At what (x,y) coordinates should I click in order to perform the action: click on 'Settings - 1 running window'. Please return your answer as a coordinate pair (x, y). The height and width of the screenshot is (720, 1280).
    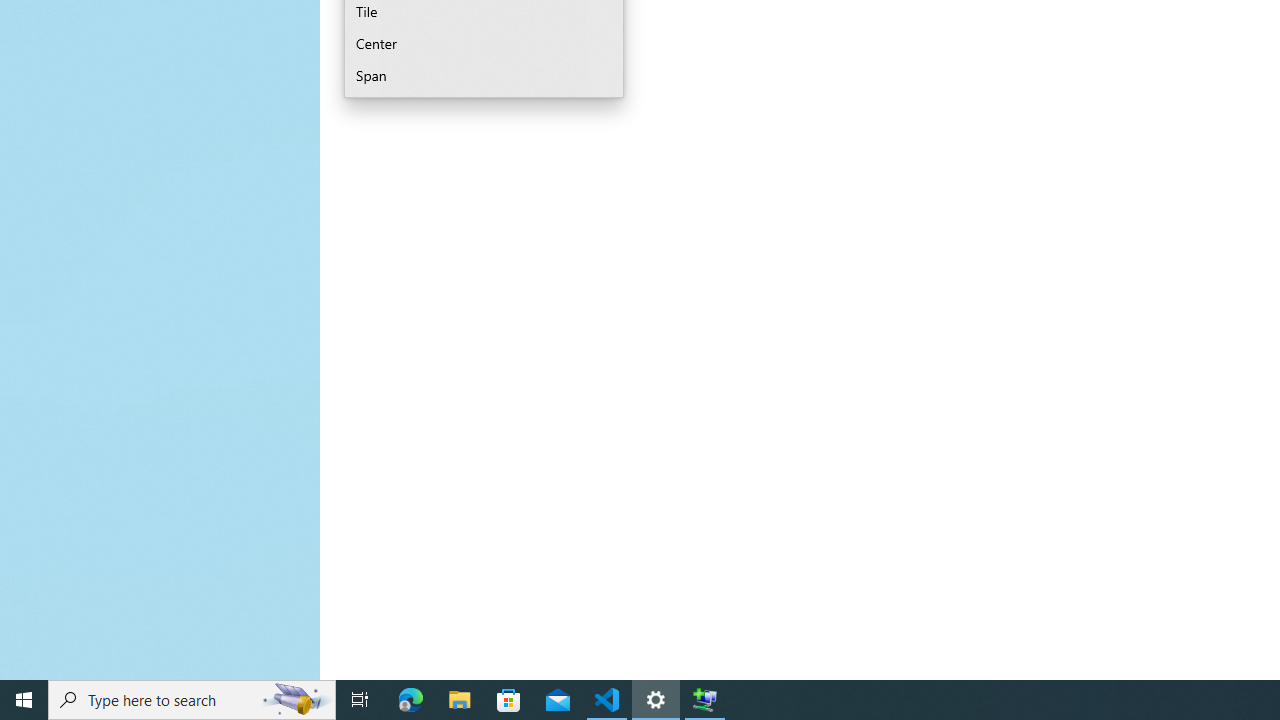
    Looking at the image, I should click on (656, 698).